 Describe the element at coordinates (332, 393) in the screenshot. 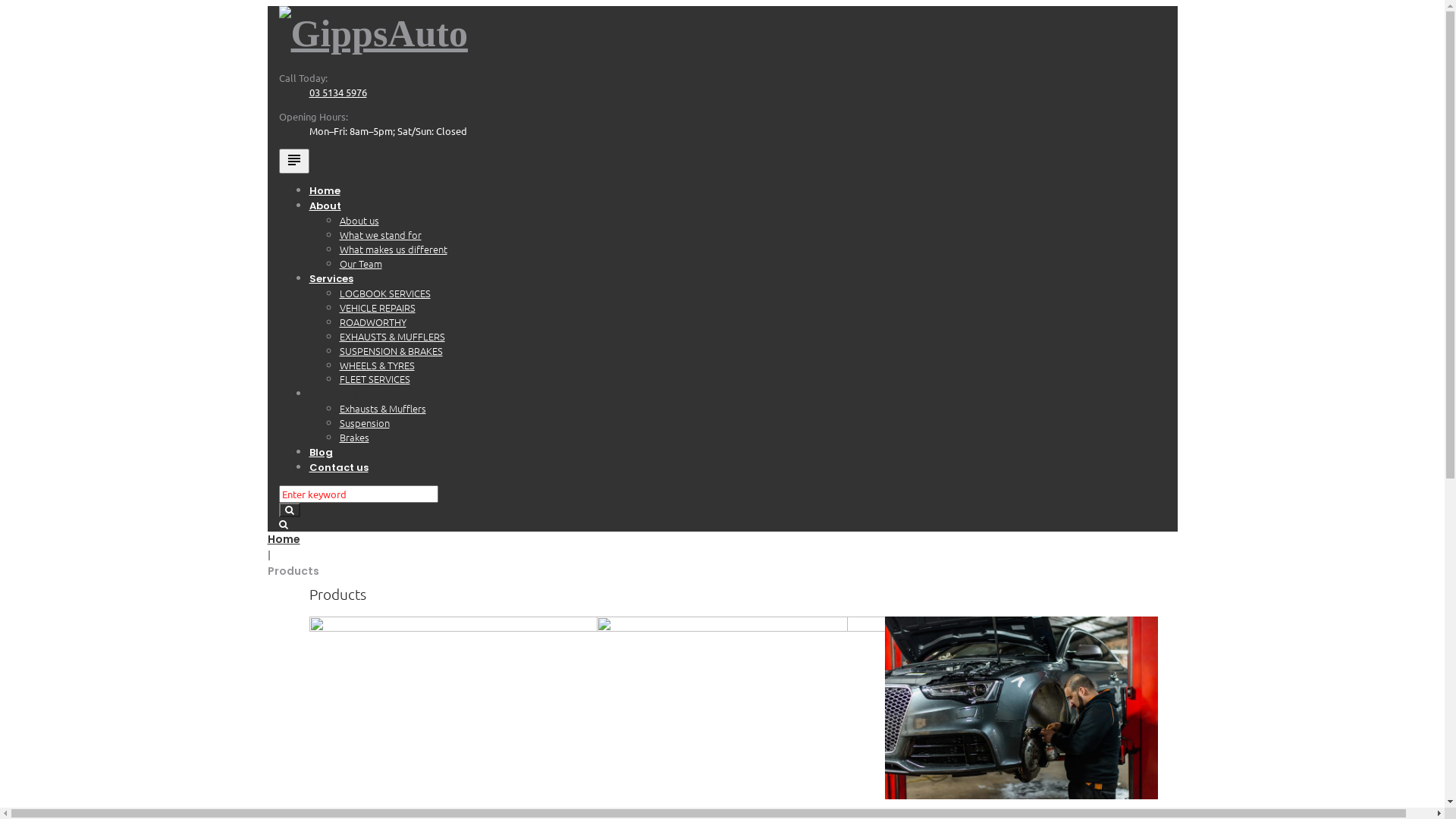

I see `'Products'` at that location.